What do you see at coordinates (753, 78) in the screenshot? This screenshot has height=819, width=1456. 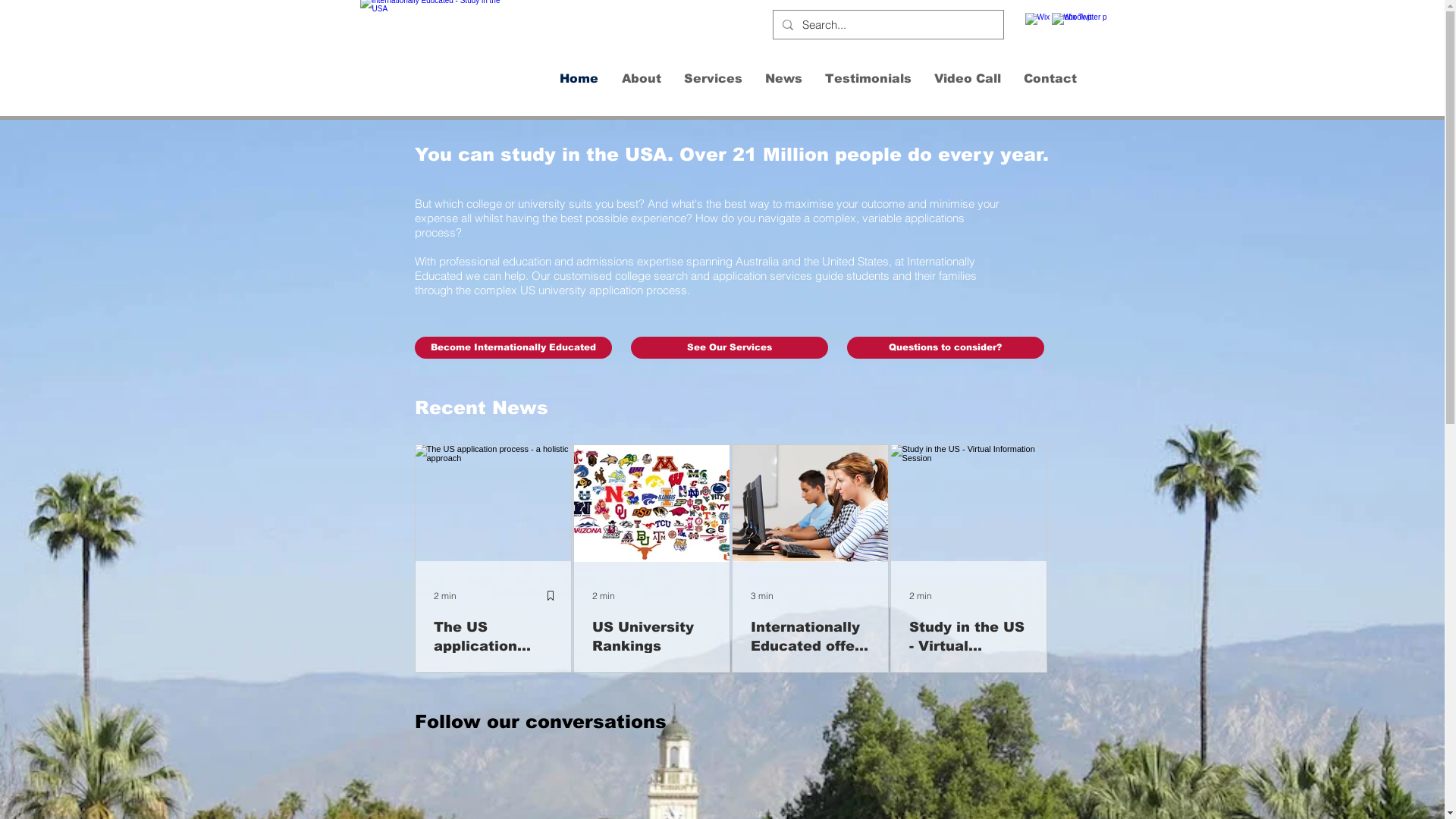 I see `'News'` at bounding box center [753, 78].